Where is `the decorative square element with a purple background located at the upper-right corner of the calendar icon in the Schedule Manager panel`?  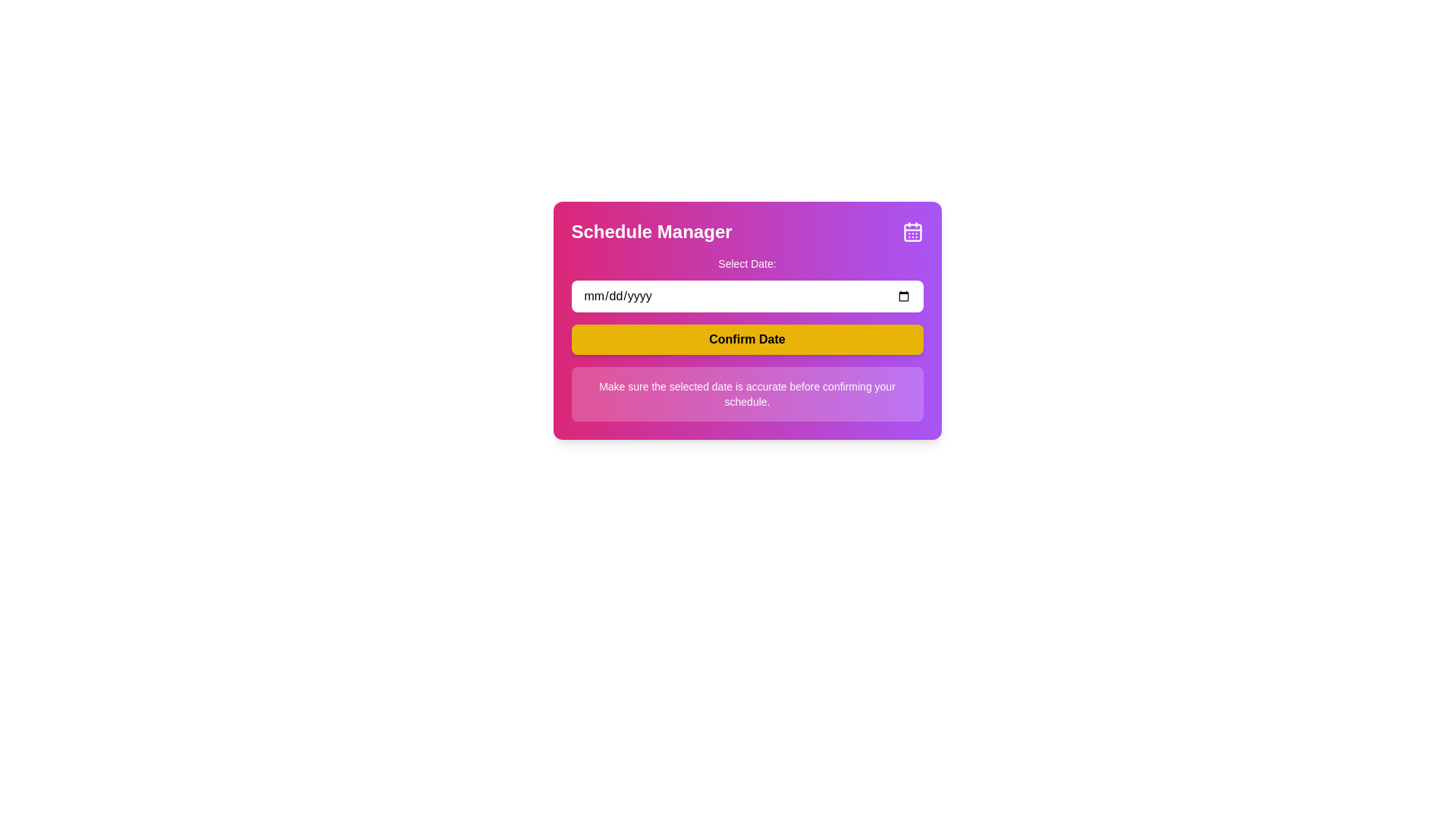 the decorative square element with a purple background located at the upper-right corner of the calendar icon in the Schedule Manager panel is located at coordinates (912, 233).